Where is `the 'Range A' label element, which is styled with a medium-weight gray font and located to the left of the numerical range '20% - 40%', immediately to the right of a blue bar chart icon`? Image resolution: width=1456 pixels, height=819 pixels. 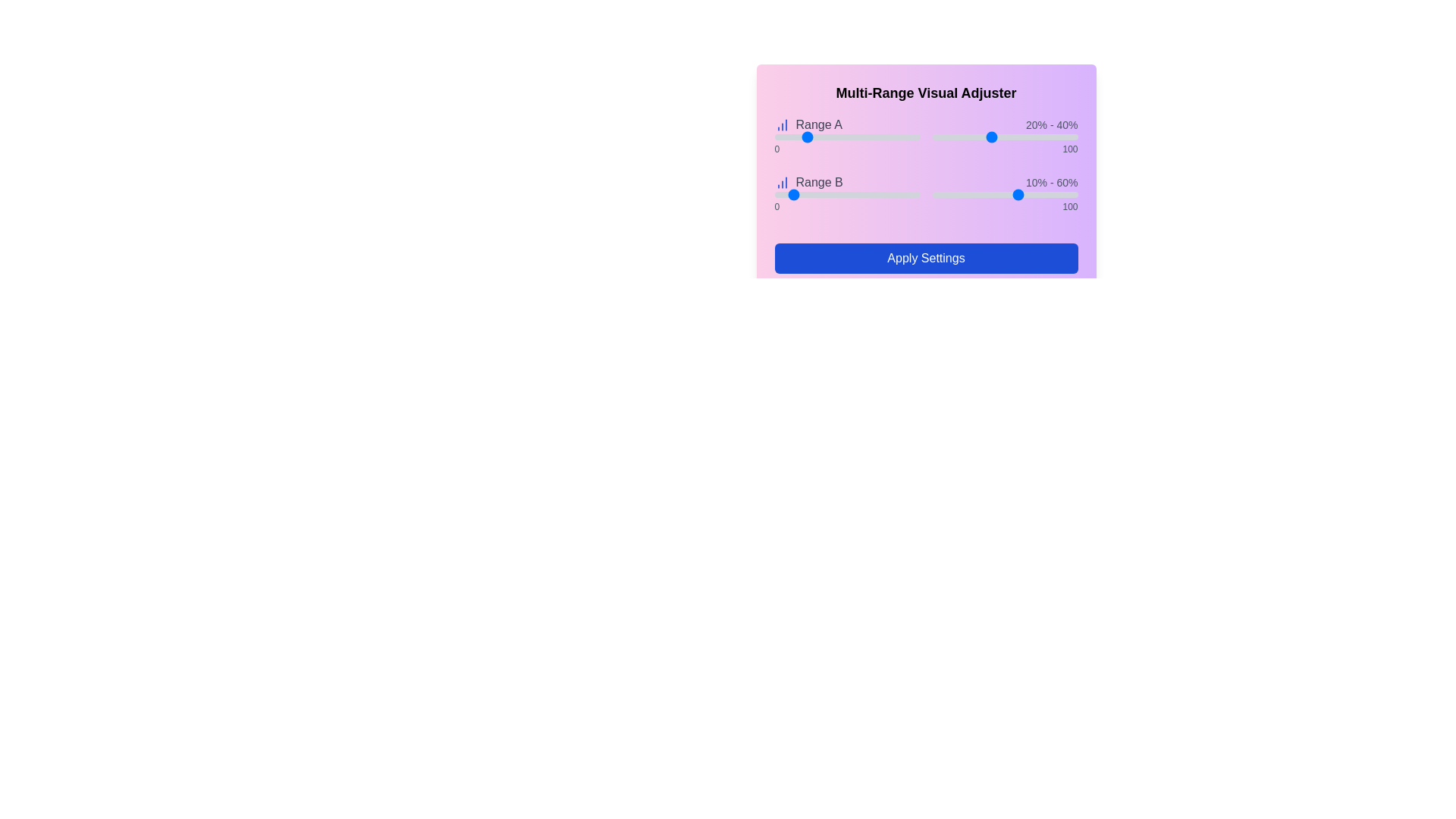
the 'Range A' label element, which is styled with a medium-weight gray font and located to the left of the numerical range '20% - 40%', immediately to the right of a blue bar chart icon is located at coordinates (808, 124).